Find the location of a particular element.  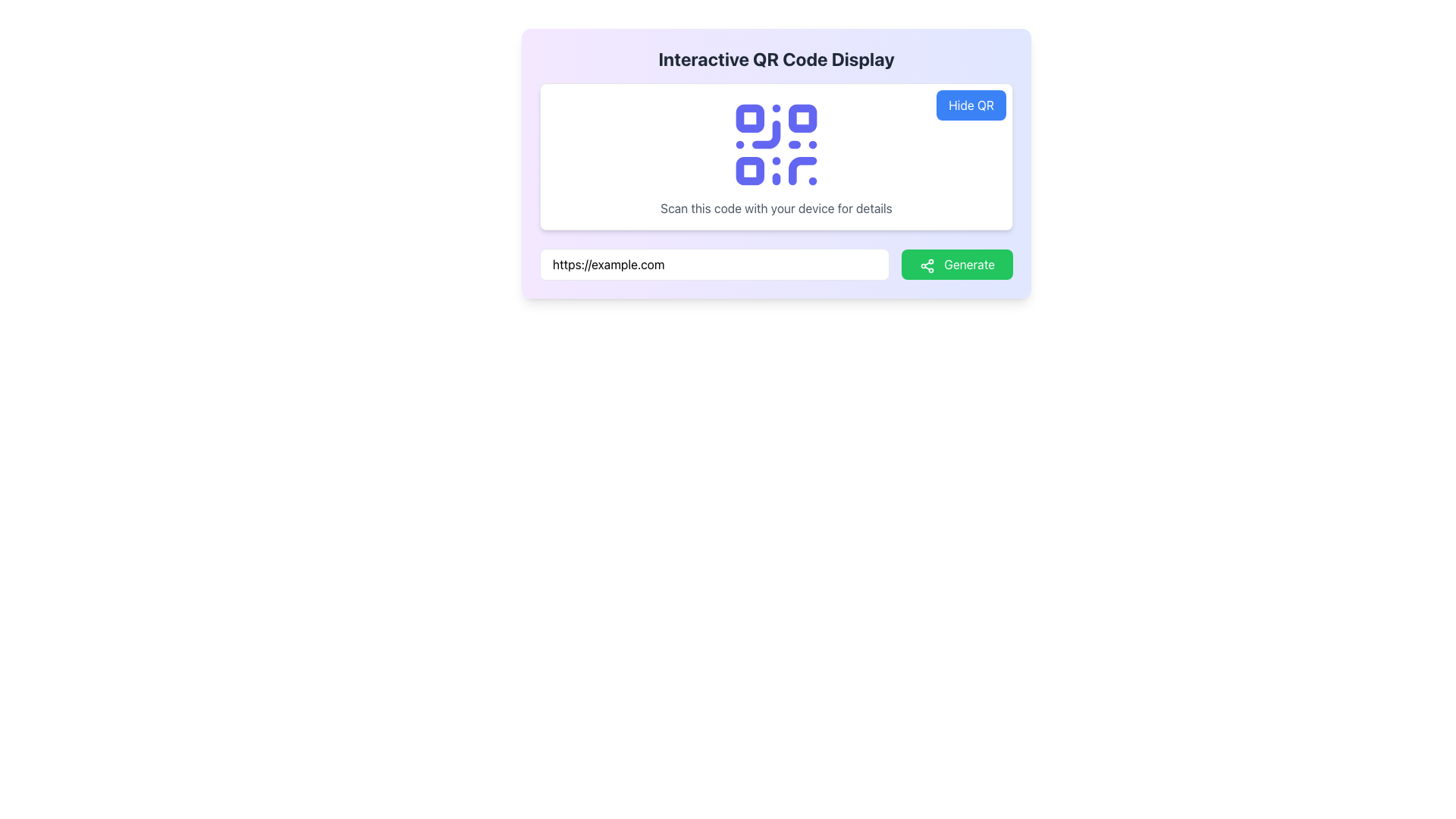

the QR code generation button located to the right of the URL input field is located at coordinates (956, 263).